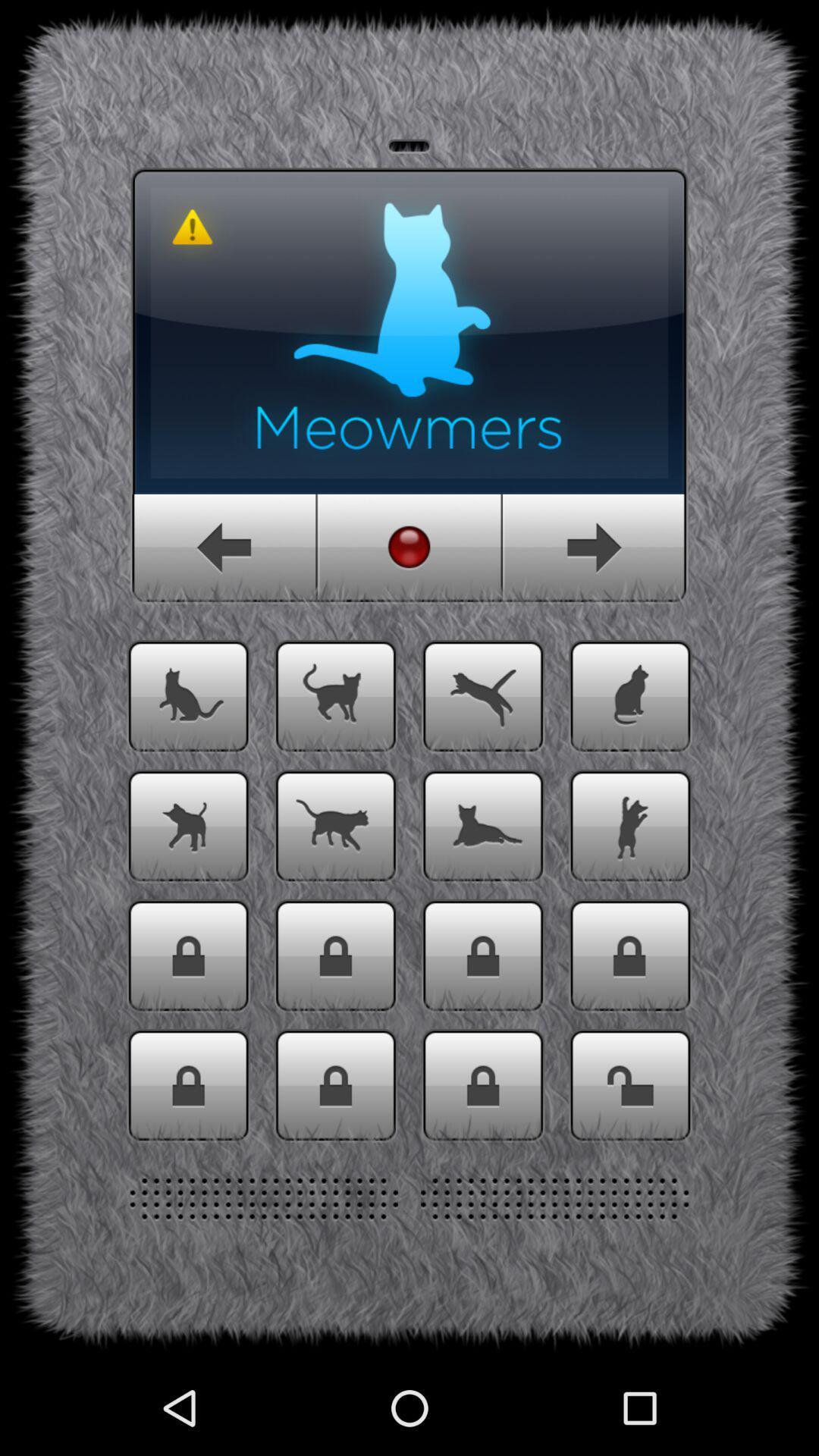 Image resolution: width=819 pixels, height=1456 pixels. I want to click on the lock icon, so click(483, 1169).